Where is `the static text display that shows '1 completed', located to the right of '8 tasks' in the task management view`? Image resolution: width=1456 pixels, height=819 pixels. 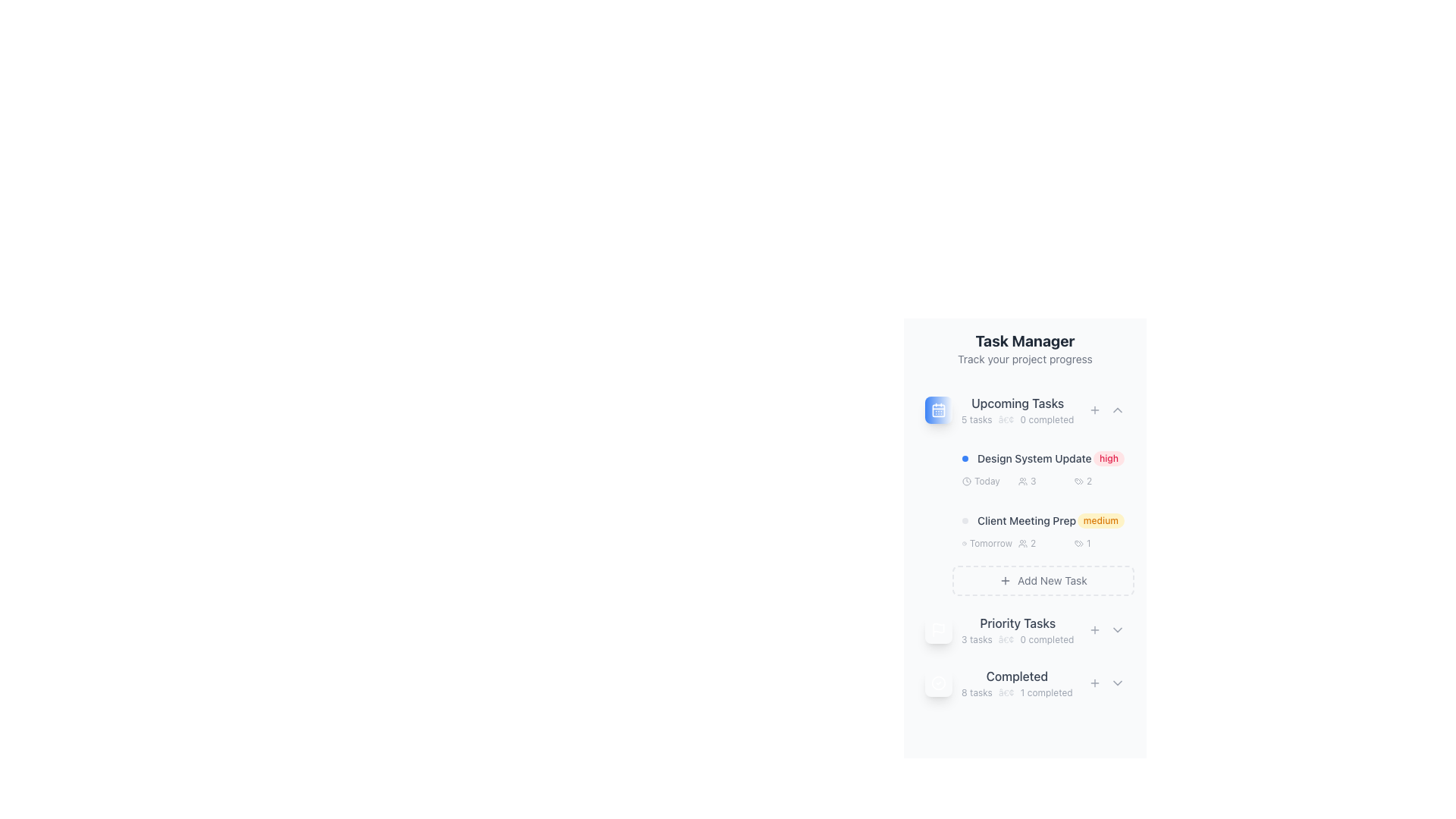
the static text display that shows '1 completed', located to the right of '8 tasks' in the task management view is located at coordinates (1046, 693).